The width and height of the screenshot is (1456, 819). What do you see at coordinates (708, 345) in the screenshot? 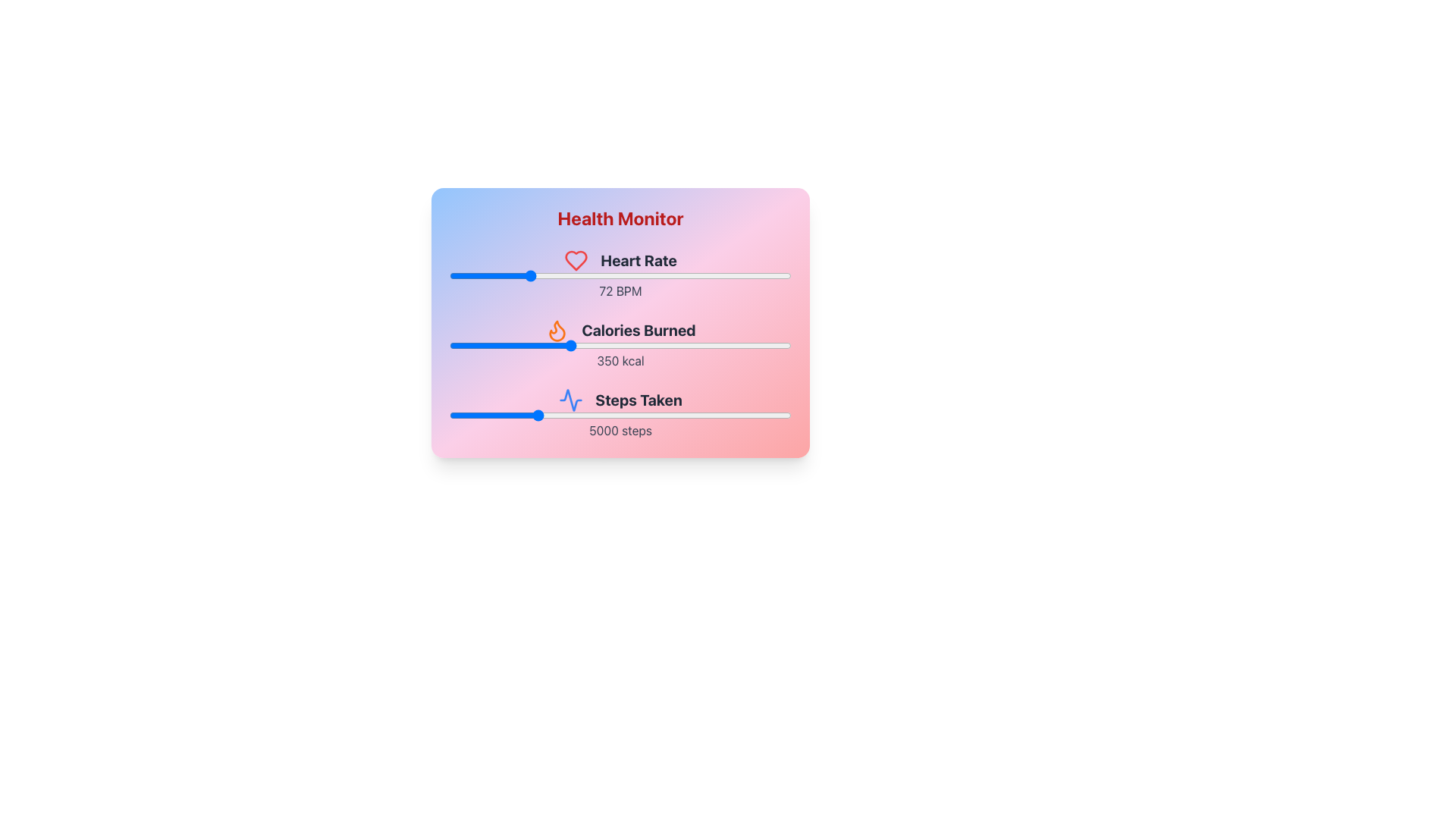
I see `the calories burned slider` at bounding box center [708, 345].